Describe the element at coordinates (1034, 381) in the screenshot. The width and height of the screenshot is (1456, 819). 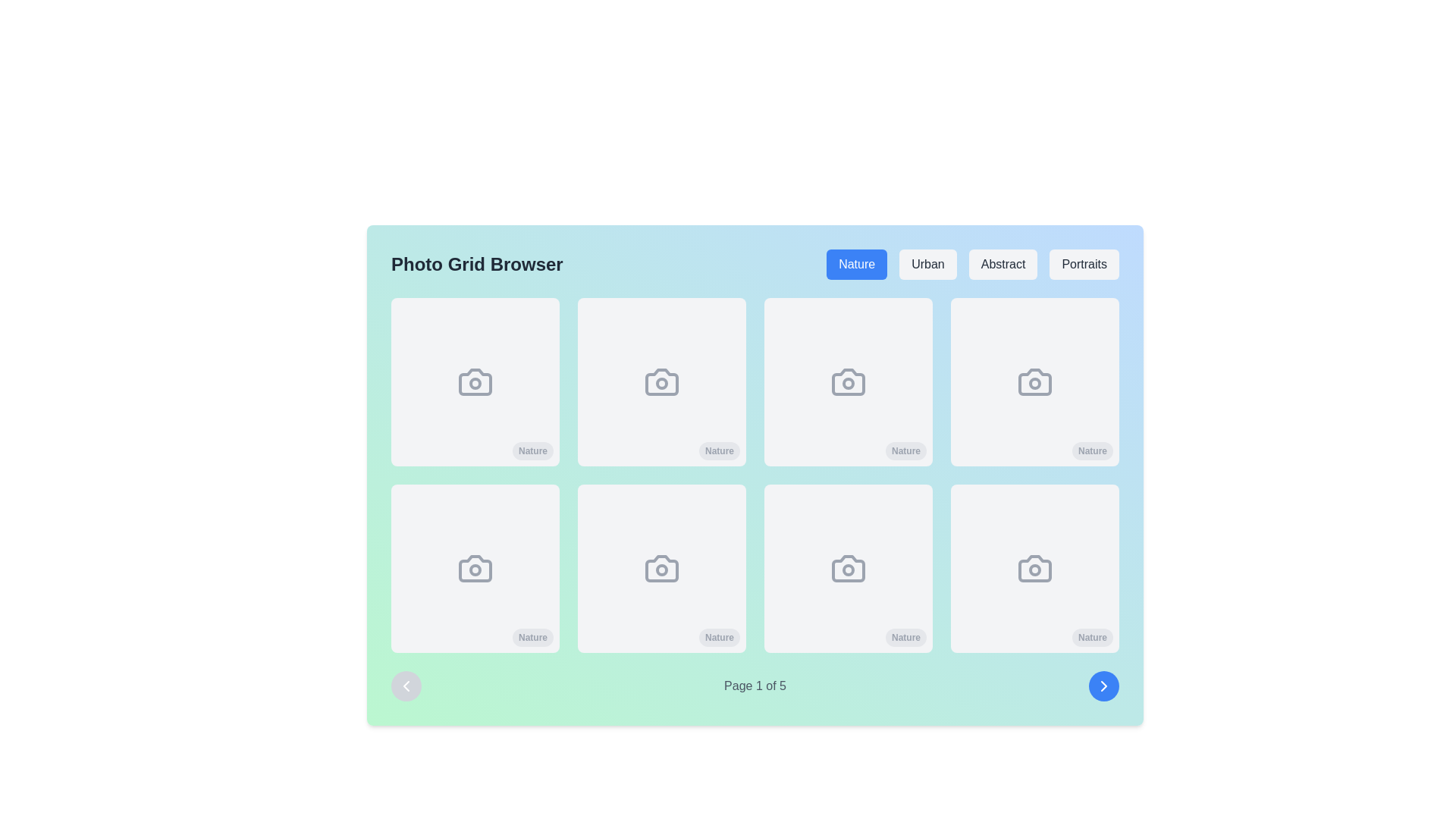
I see `camera icon located in the fourth cell of the topmost row in the grid layout by clicking on it` at that location.